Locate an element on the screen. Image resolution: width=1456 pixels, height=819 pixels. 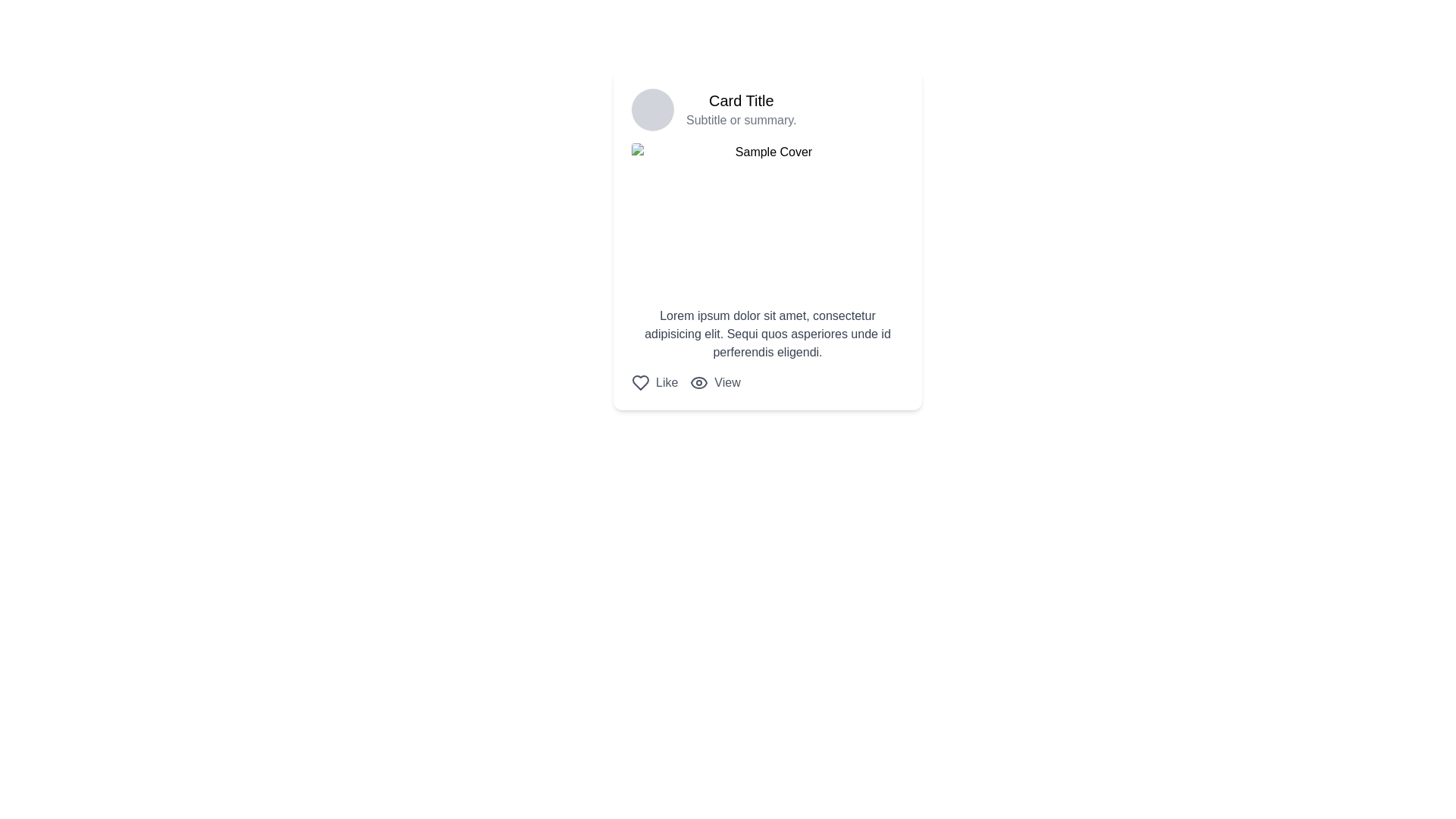
the outer elliptical curve of the eye icon, which is highlighted and located near the 'View' button at the center-bottom of the card is located at coordinates (698, 382).